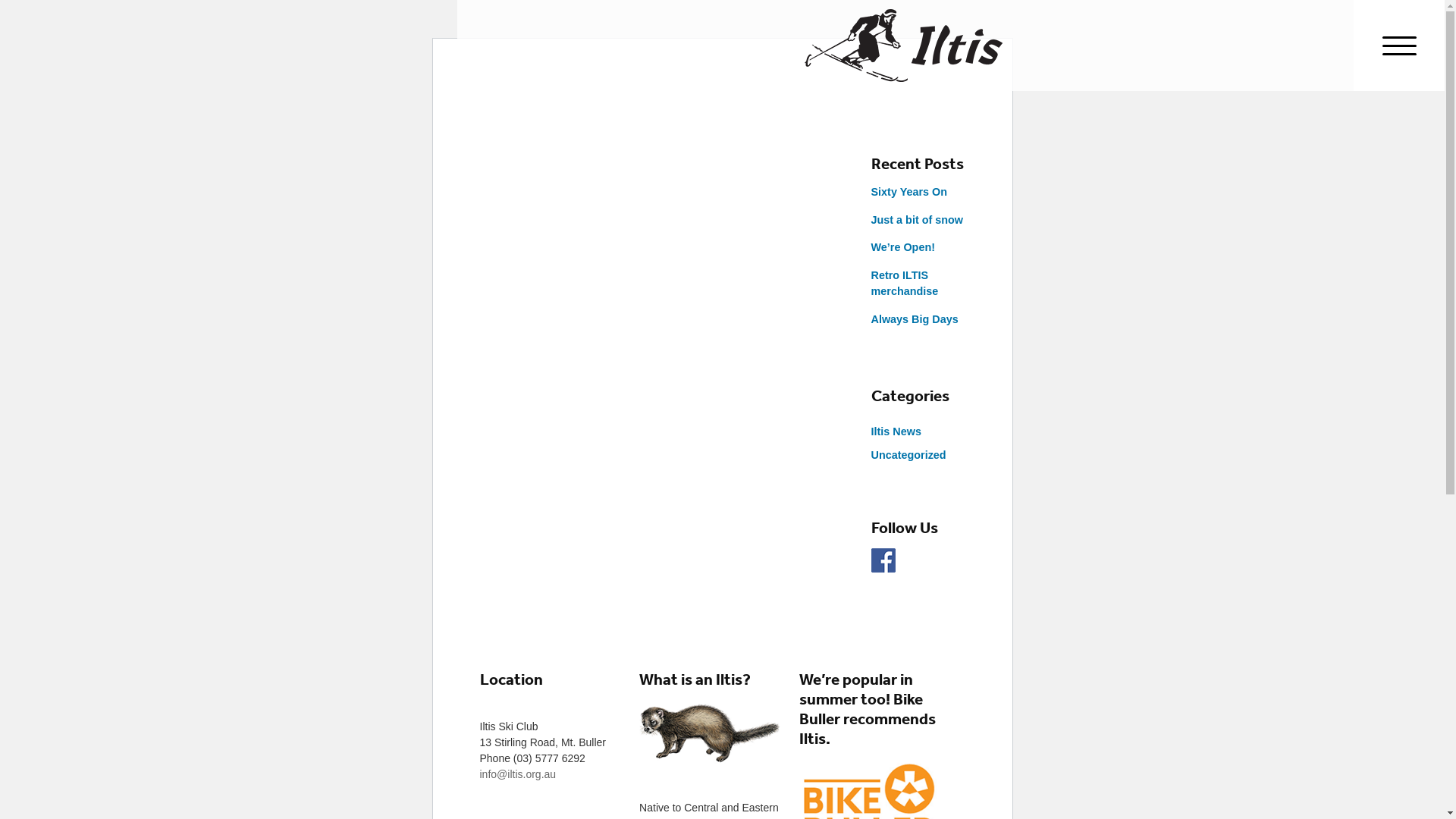 The height and width of the screenshot is (819, 1456). Describe the element at coordinates (904, 284) in the screenshot. I see `'Retro ILTIS merchandise'` at that location.